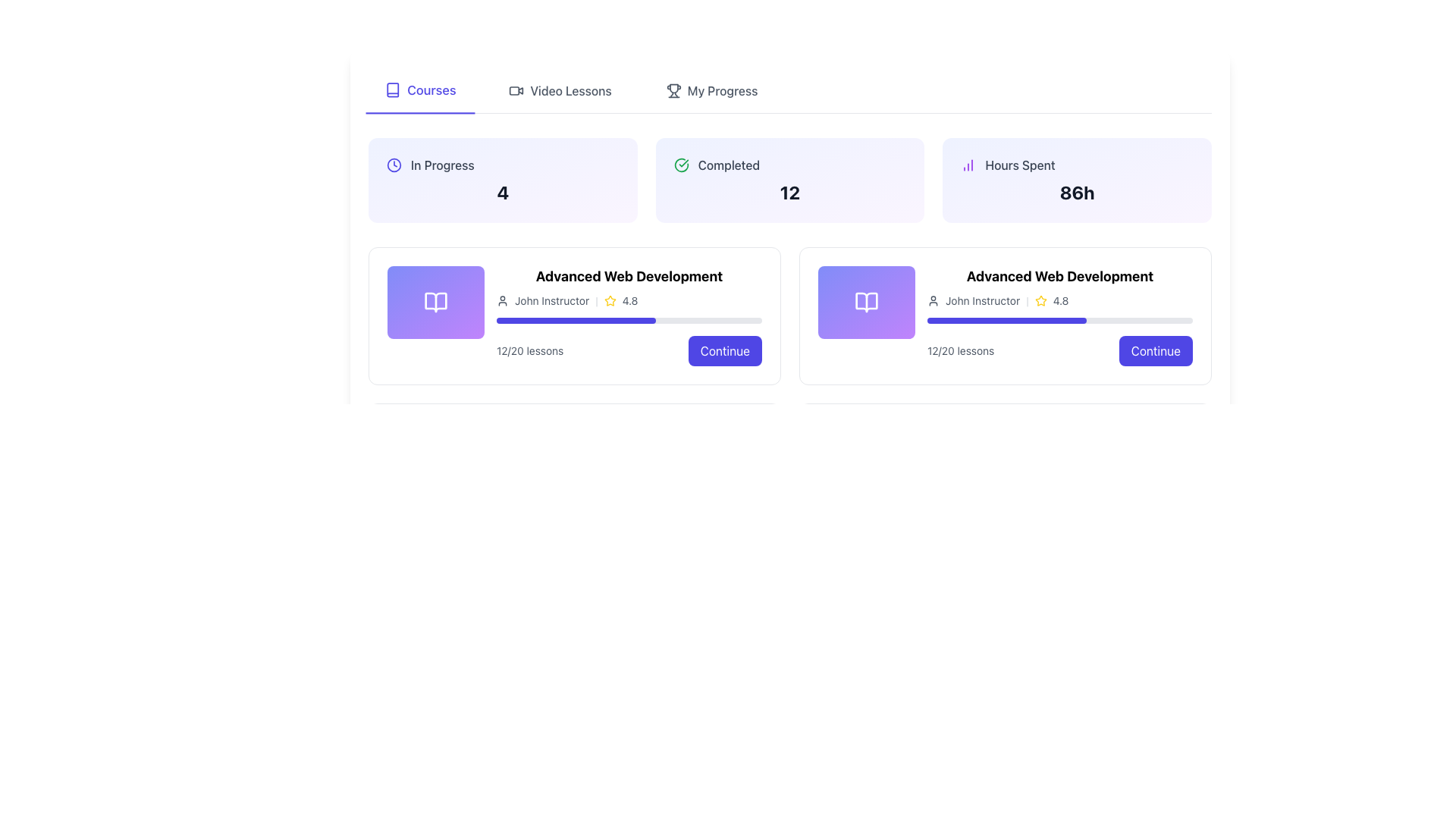 The height and width of the screenshot is (819, 1456). What do you see at coordinates (575, 320) in the screenshot?
I see `the filled segment of the Progress bar, which visually indicates 60% completion of the task related to 'Advanced Web Development'` at bounding box center [575, 320].